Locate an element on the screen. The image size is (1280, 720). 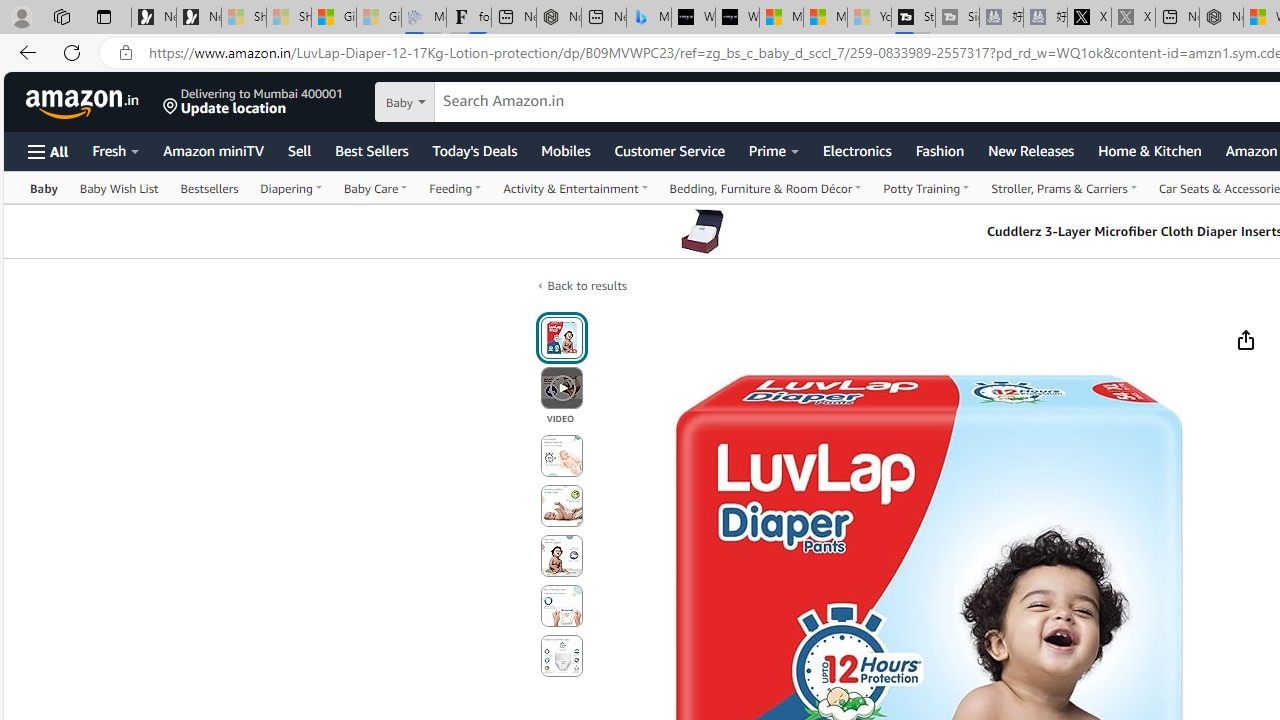
'Back to results' is located at coordinates (585, 285).